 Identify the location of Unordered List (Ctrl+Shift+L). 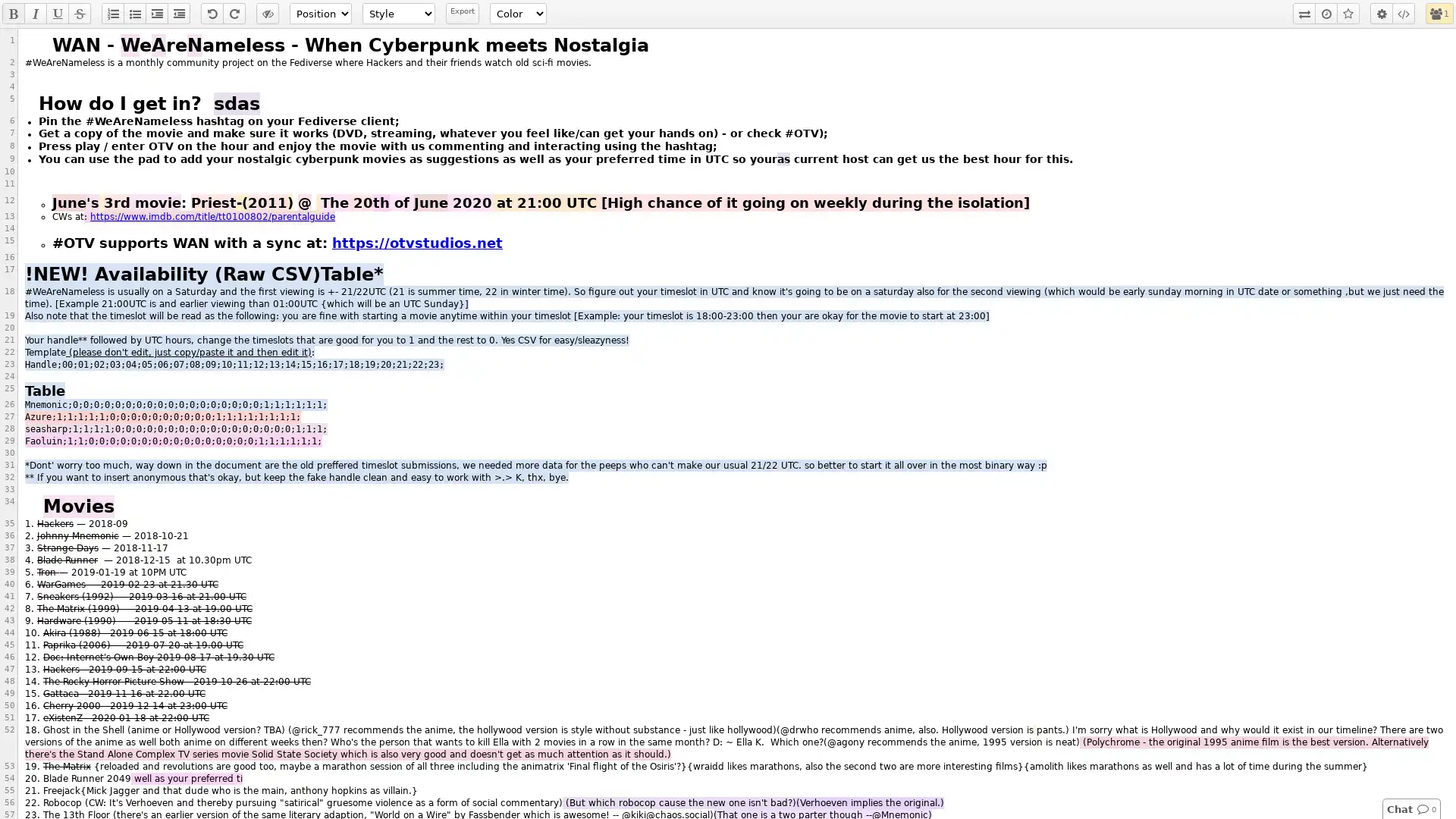
(134, 14).